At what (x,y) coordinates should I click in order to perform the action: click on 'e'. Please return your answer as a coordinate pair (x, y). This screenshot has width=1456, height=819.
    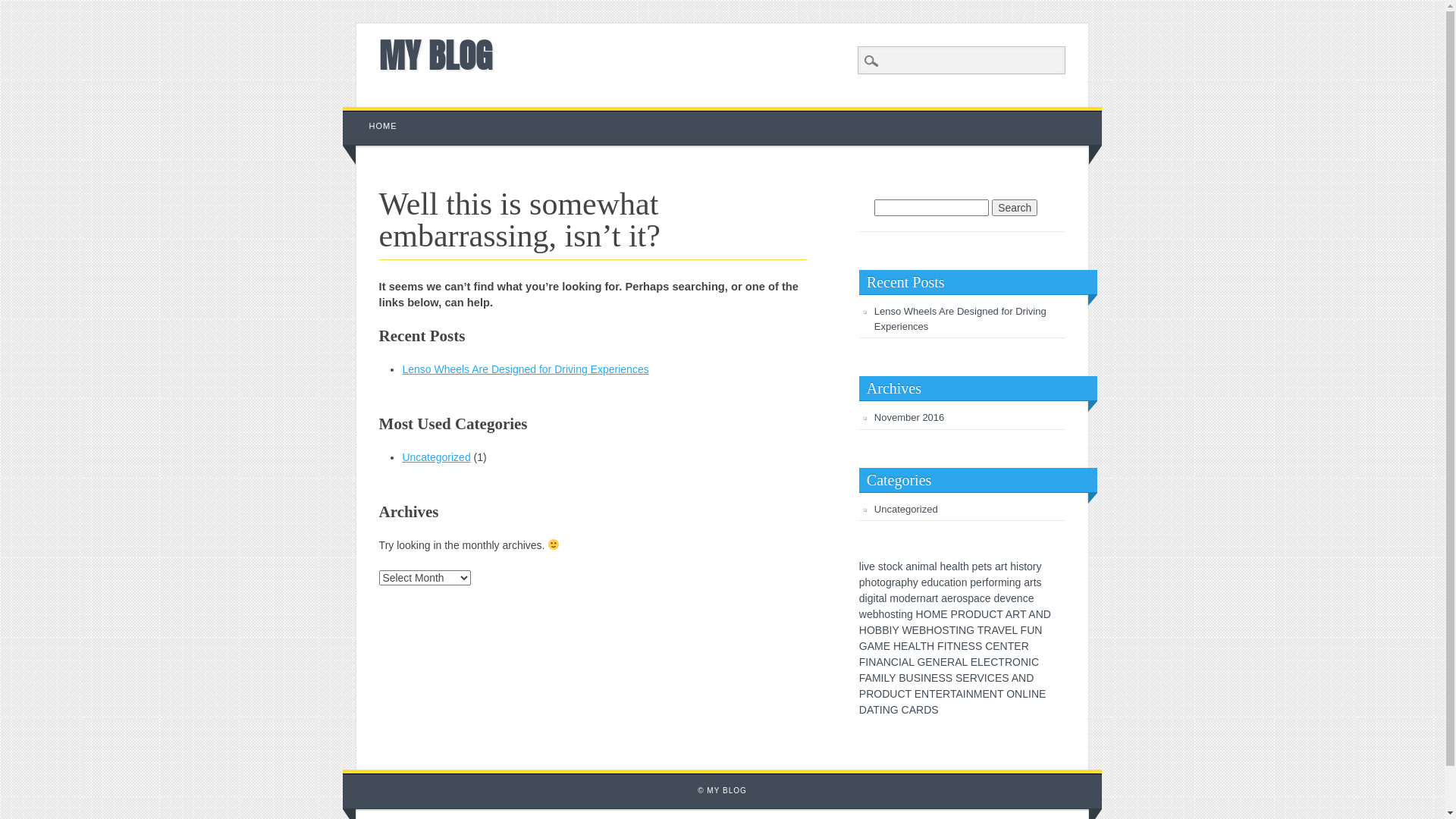
    Looking at the image, I should click on (979, 581).